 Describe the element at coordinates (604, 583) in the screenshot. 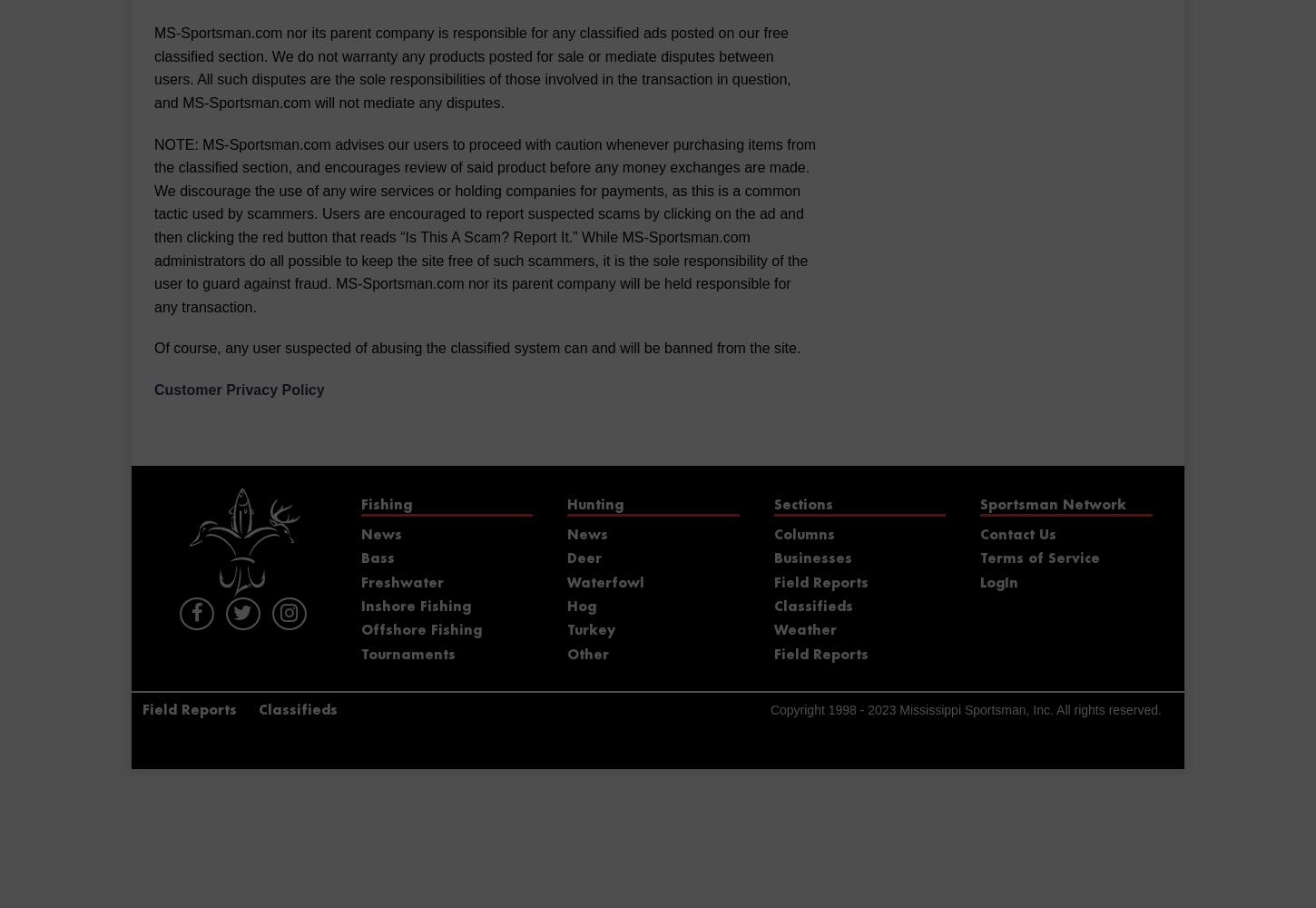

I see `'Waterfowl'` at that location.